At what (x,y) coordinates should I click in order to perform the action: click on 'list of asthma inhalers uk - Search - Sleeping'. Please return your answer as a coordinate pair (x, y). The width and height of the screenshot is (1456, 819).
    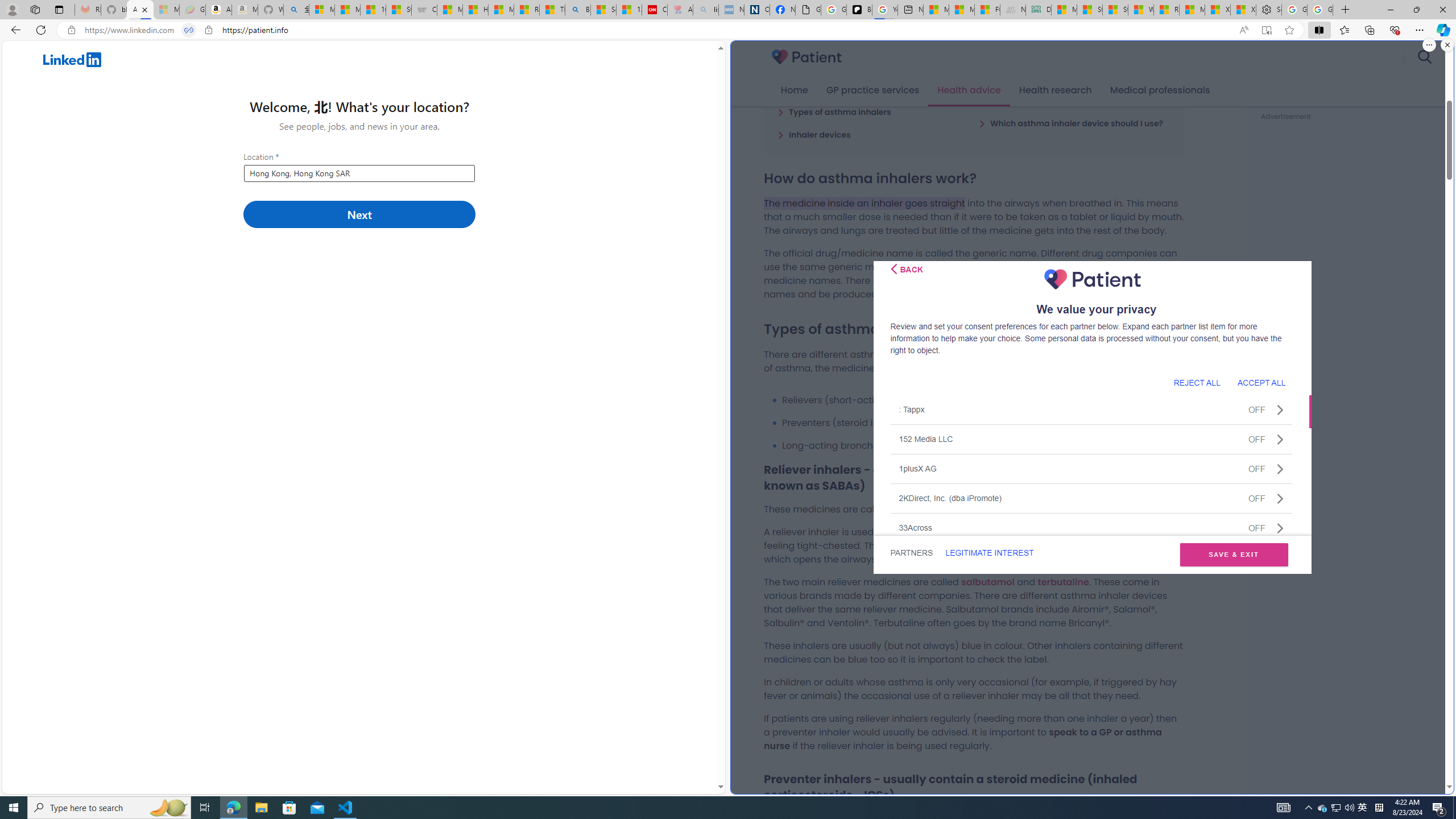
    Looking at the image, I should click on (705, 9).